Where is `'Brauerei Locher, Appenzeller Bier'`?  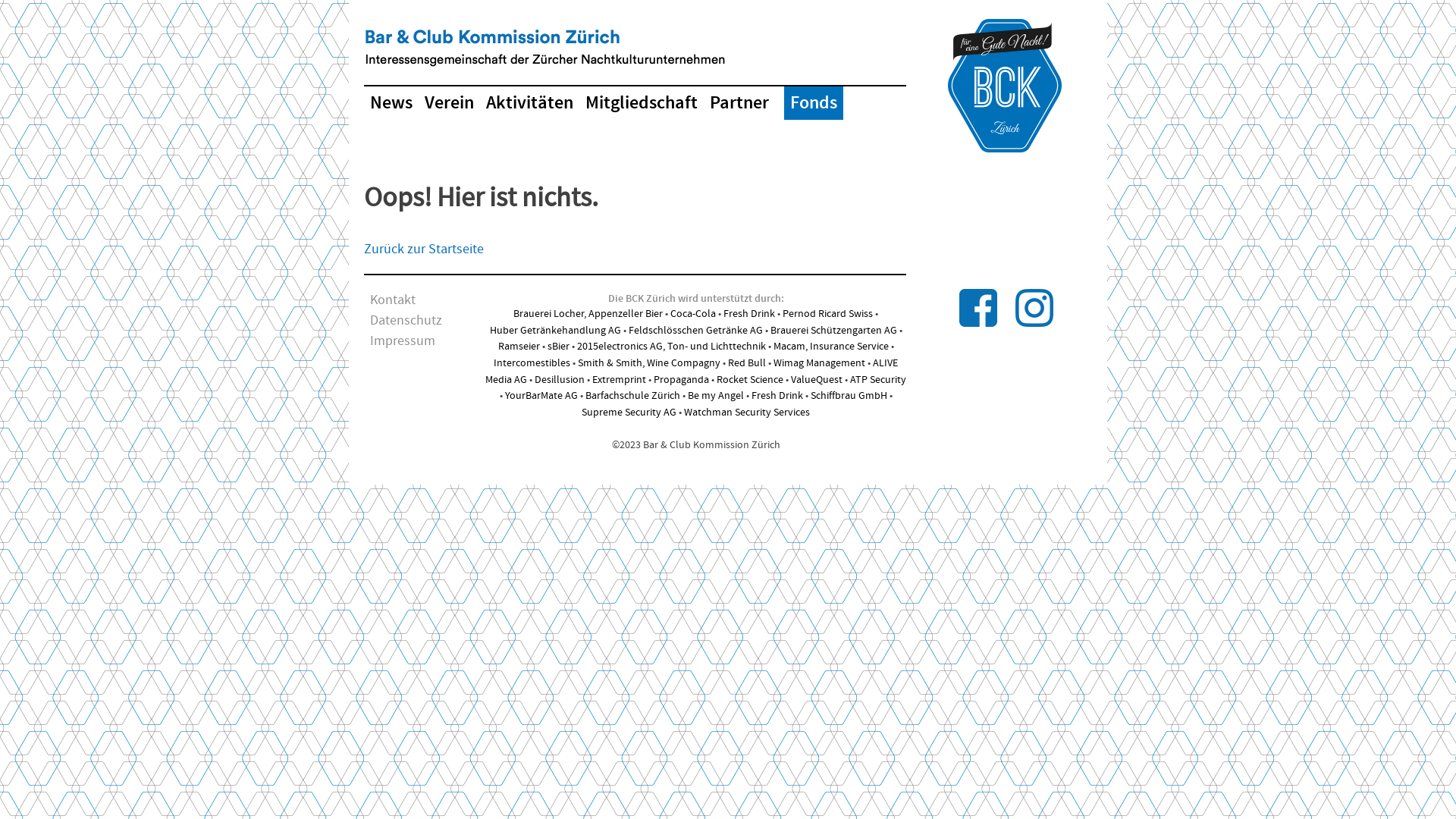
'Brauerei Locher, Appenzeller Bier' is located at coordinates (513, 312).